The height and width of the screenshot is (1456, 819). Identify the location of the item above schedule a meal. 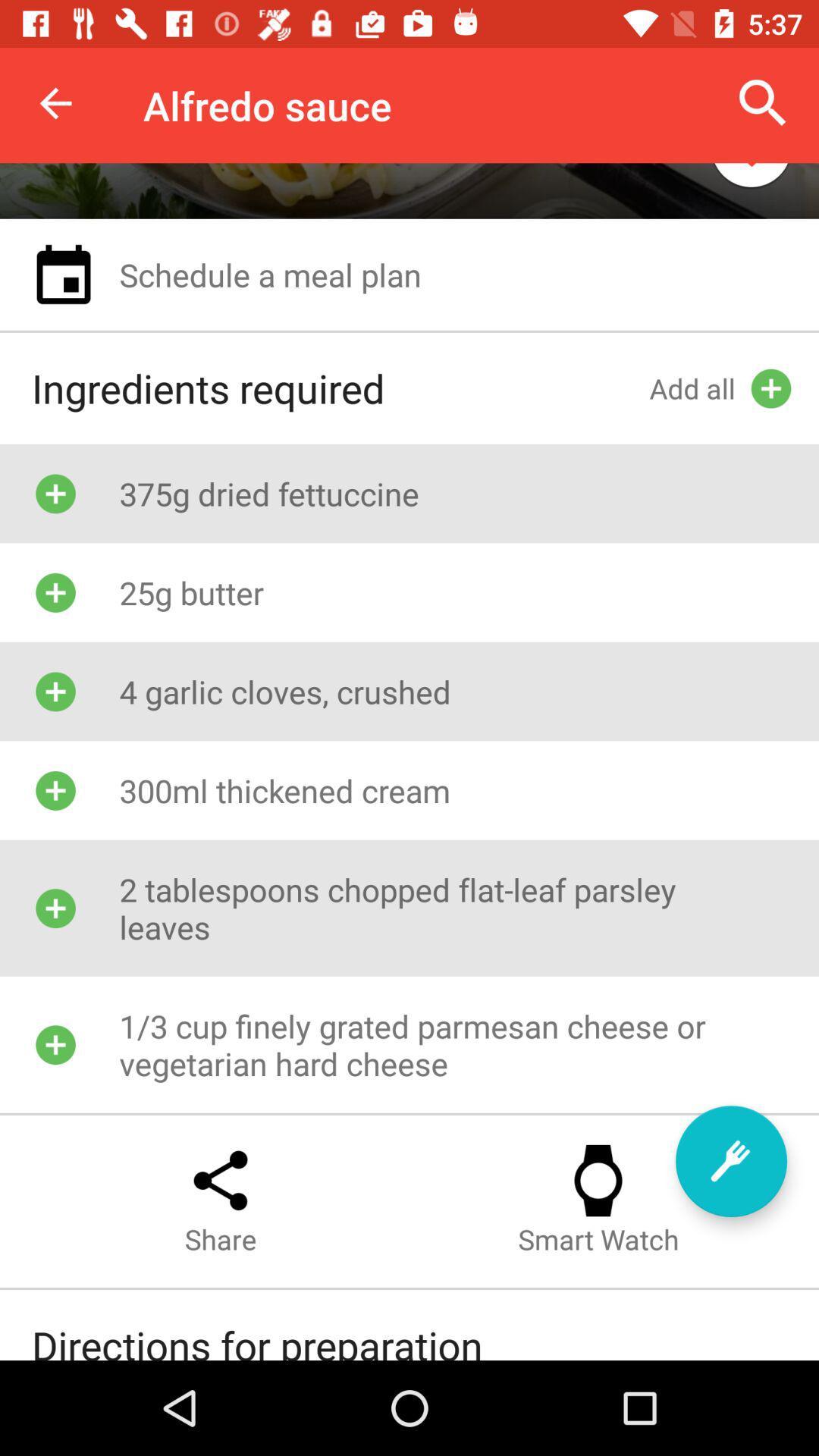
(751, 179).